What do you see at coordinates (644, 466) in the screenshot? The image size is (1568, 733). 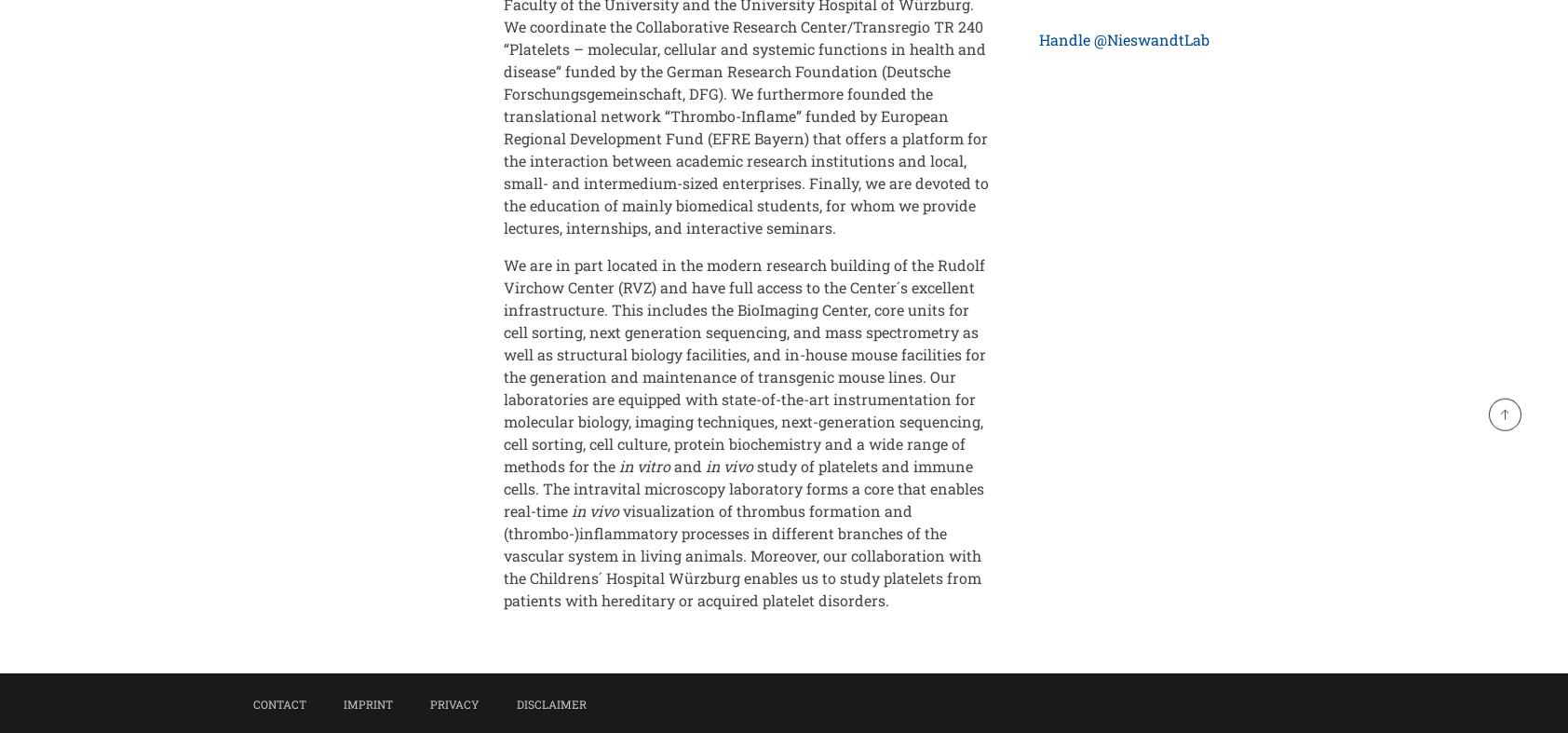 I see `'in vitro'` at bounding box center [644, 466].